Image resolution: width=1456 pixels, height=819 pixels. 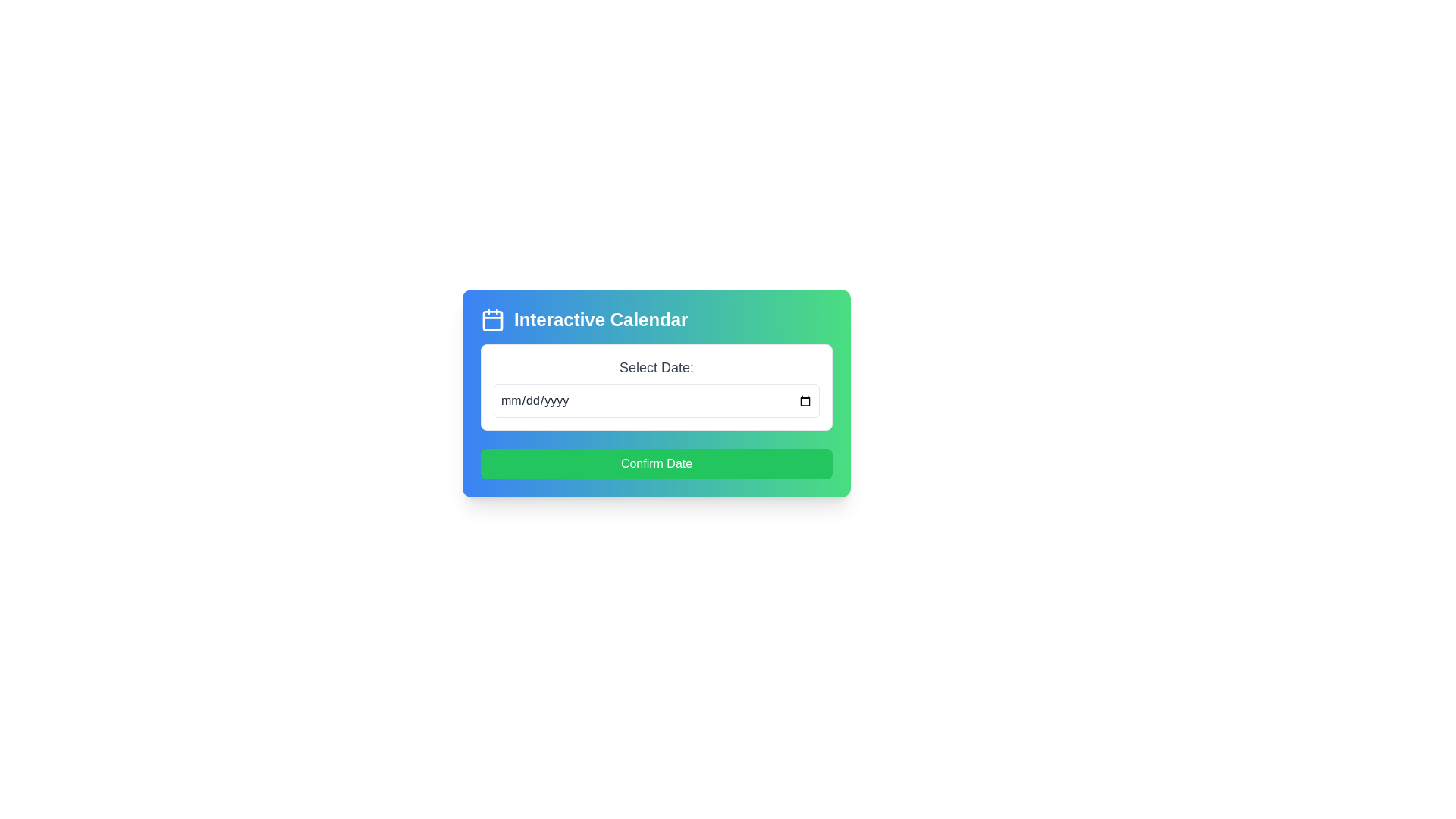 What do you see at coordinates (492, 320) in the screenshot?
I see `the central part of the calendar icon, which is located to the left of the text 'Interactive Calendar' in the modal window` at bounding box center [492, 320].